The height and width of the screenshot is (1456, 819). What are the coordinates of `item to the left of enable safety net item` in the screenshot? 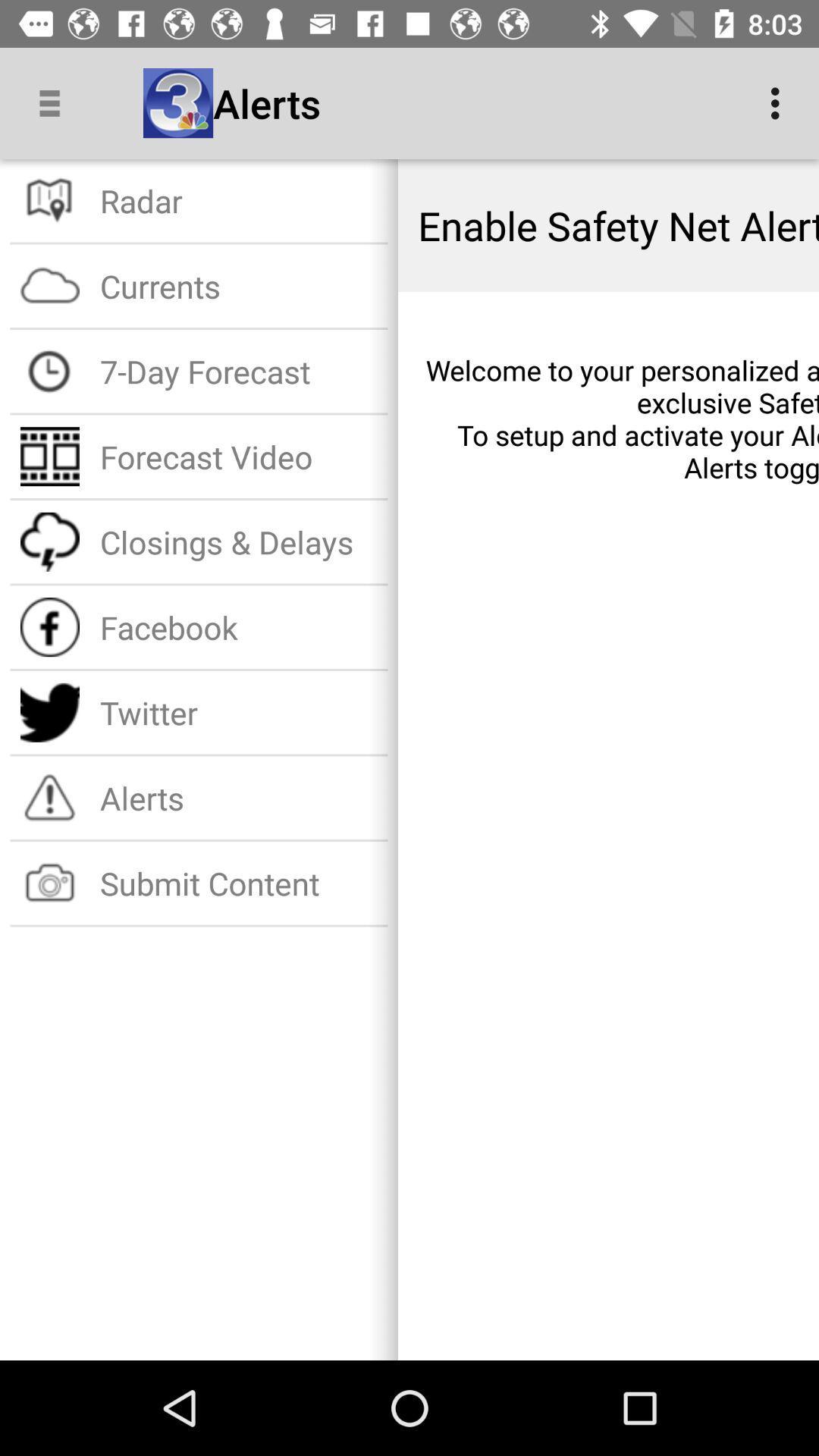 It's located at (239, 199).